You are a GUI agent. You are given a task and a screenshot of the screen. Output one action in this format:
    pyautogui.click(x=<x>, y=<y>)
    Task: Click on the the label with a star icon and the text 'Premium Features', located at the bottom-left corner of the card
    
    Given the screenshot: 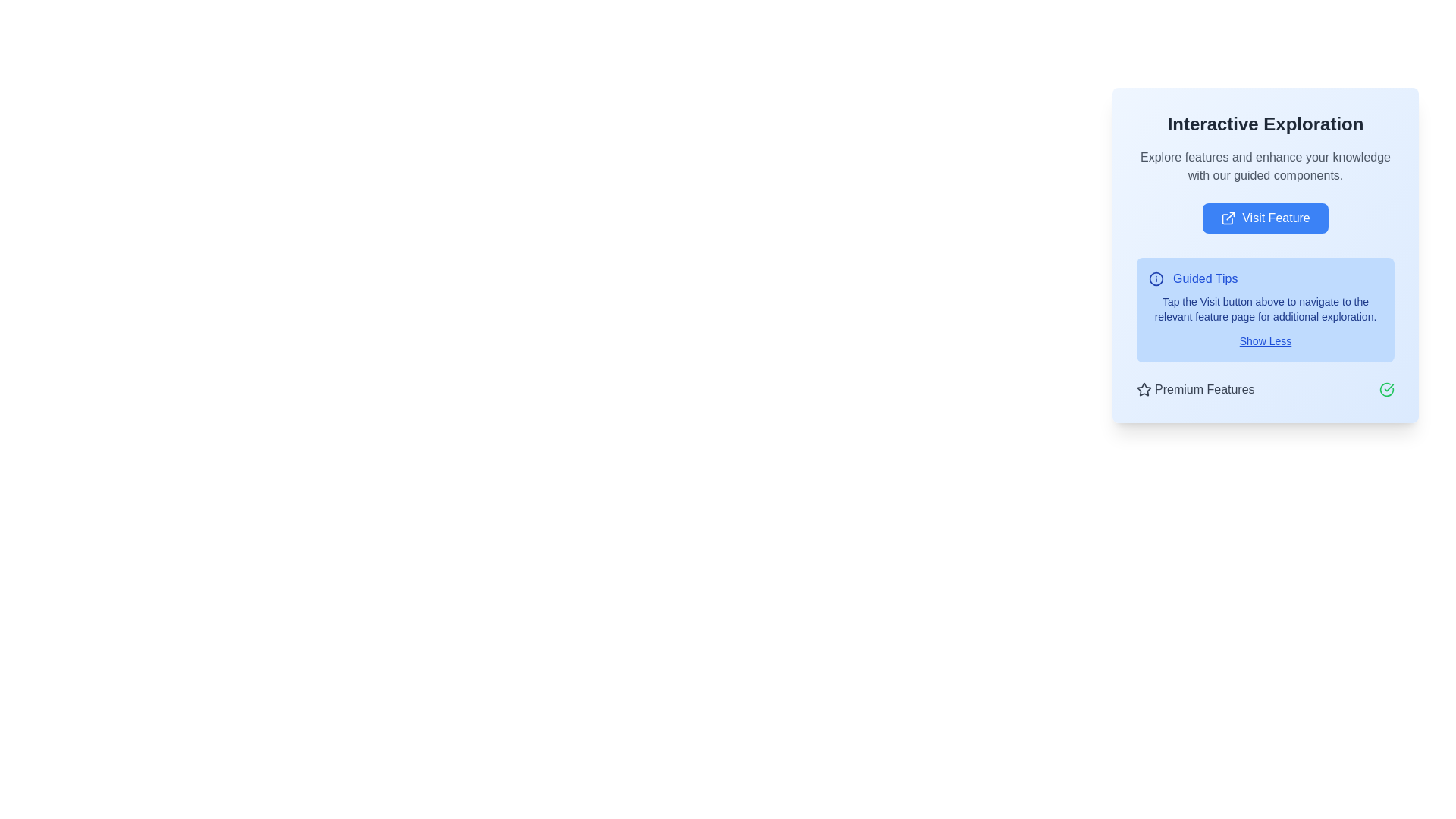 What is the action you would take?
    pyautogui.click(x=1194, y=388)
    